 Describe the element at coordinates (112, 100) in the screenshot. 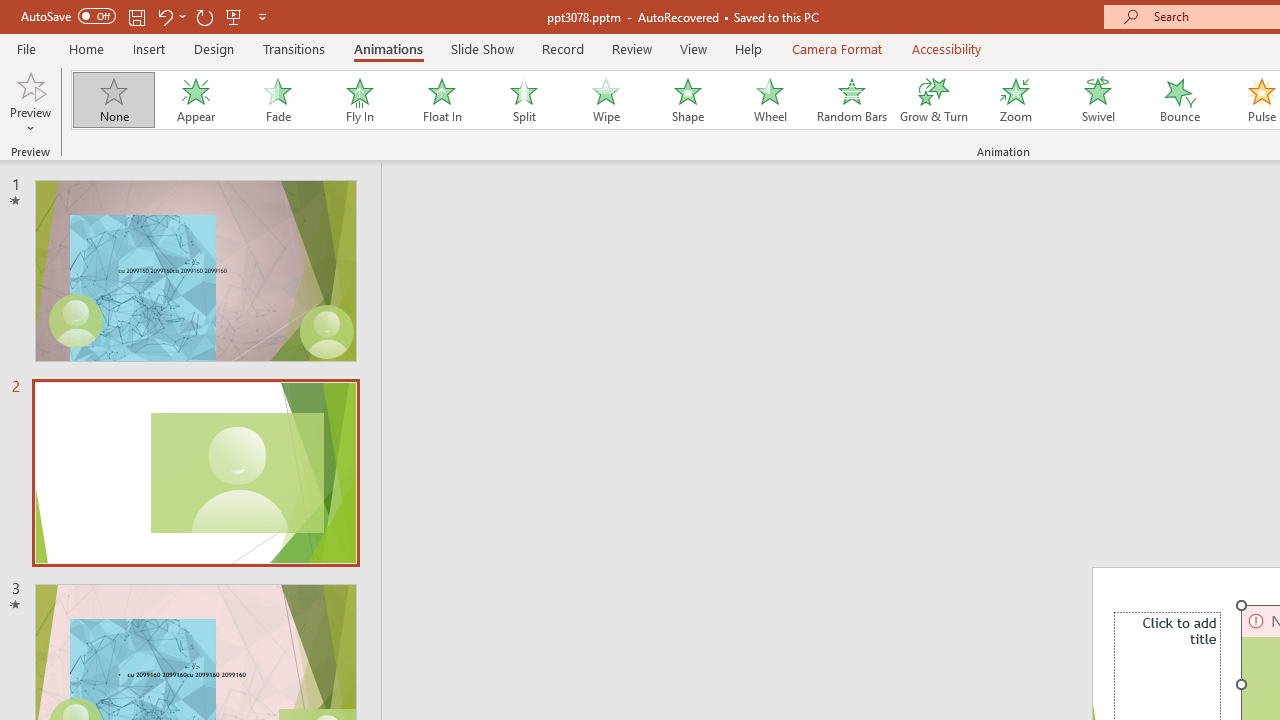

I see `'None'` at that location.